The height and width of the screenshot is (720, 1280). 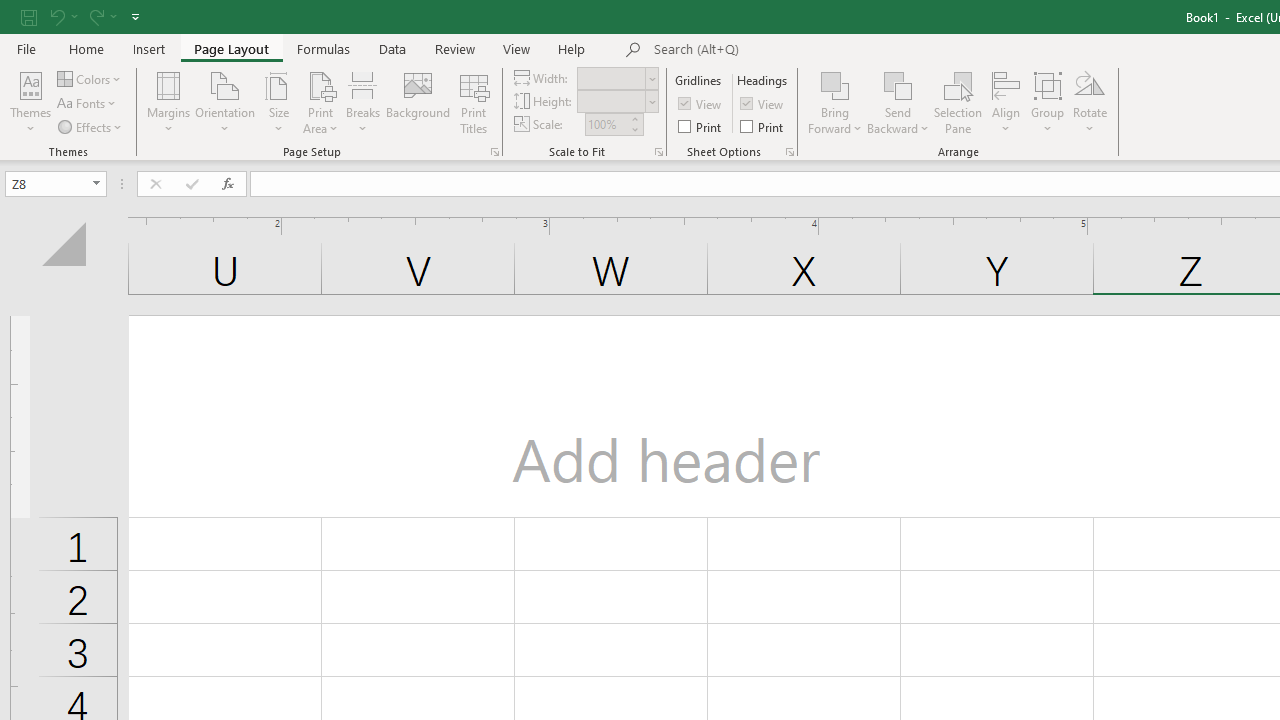 I want to click on 'Undo', so click(x=56, y=16).